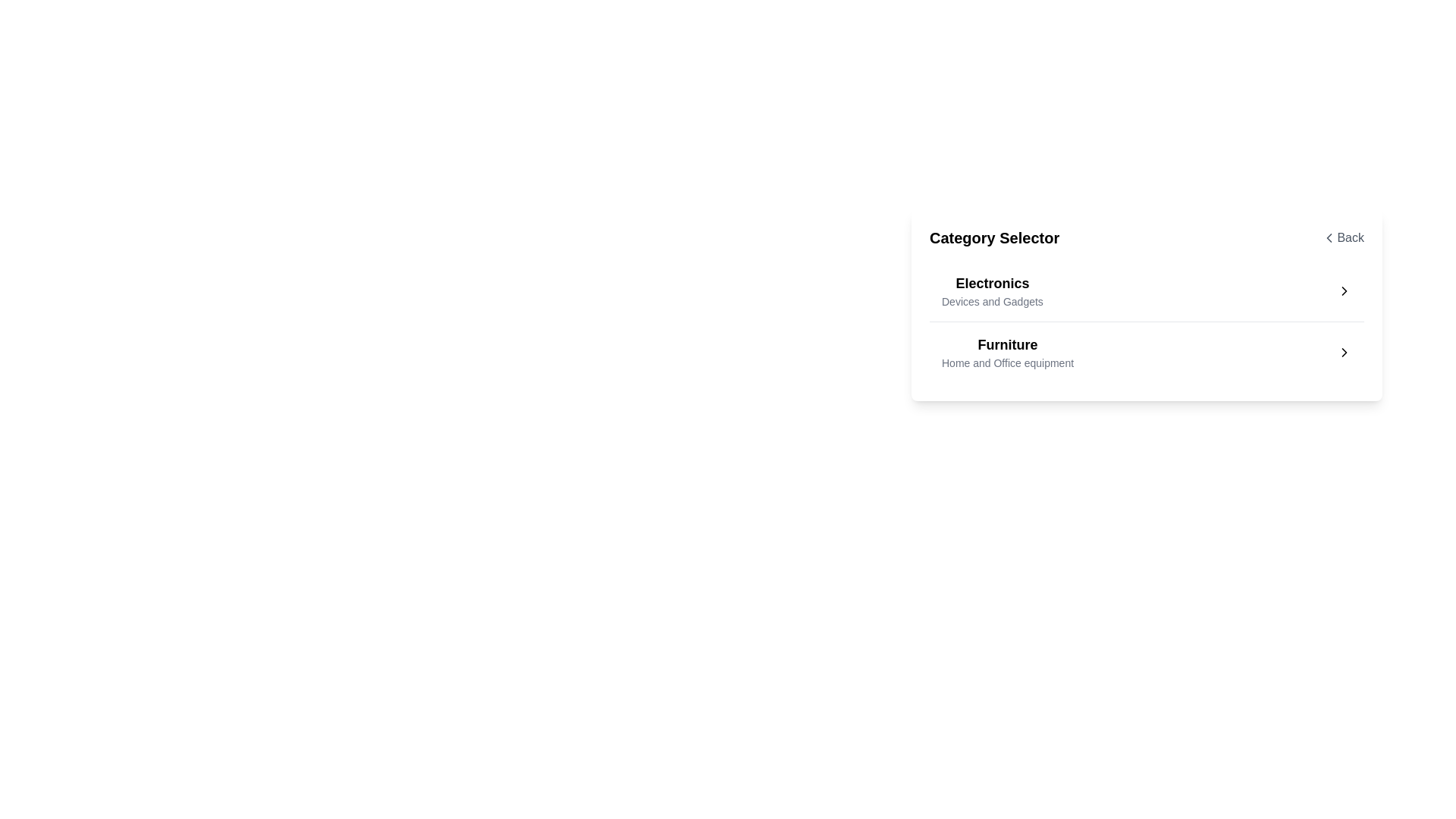 Image resolution: width=1456 pixels, height=819 pixels. I want to click on the second clickable list item labeled 'Furniture', so click(1147, 352).